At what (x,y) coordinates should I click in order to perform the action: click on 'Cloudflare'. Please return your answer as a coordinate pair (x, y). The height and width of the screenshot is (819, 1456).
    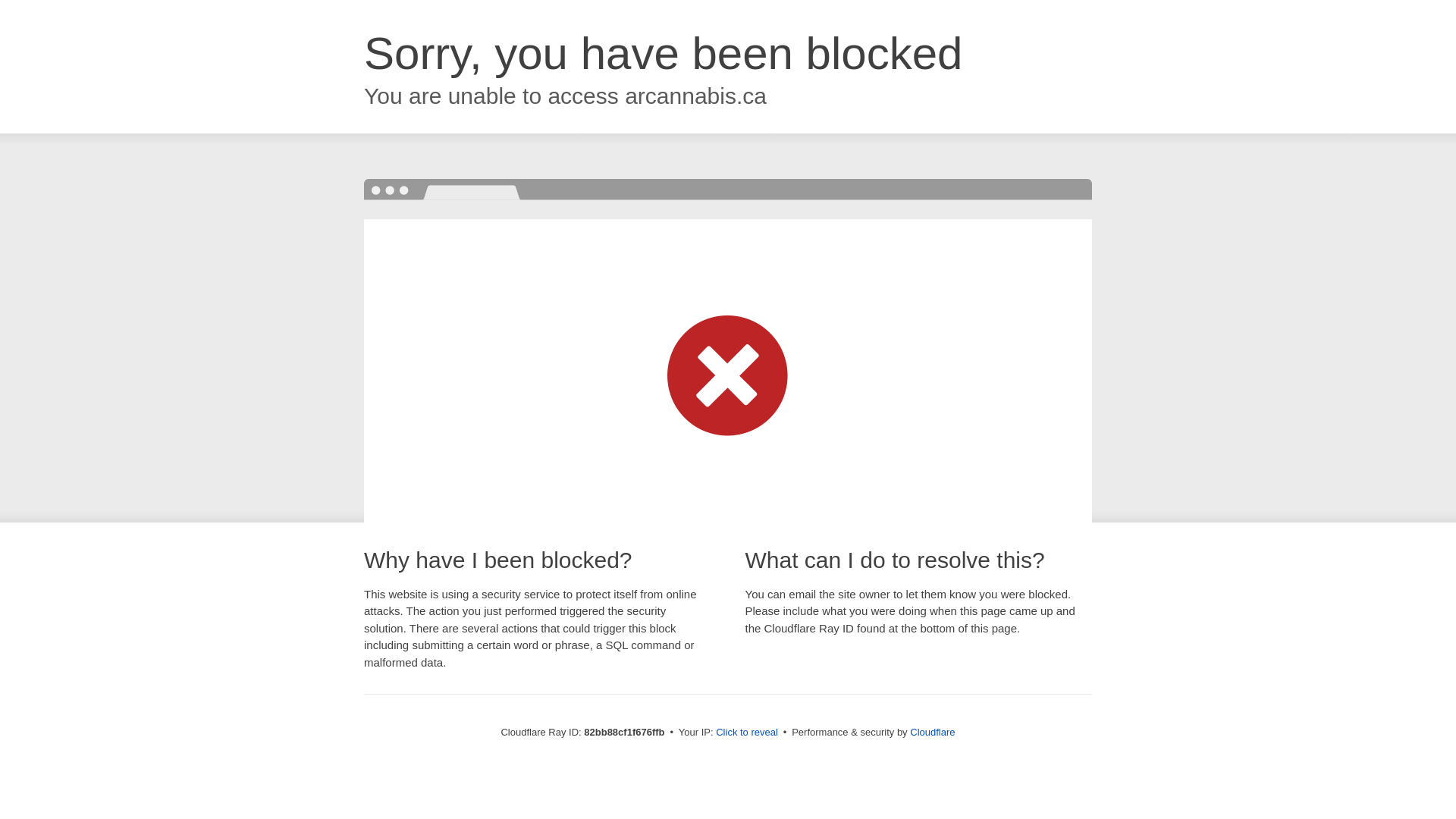
    Looking at the image, I should click on (931, 731).